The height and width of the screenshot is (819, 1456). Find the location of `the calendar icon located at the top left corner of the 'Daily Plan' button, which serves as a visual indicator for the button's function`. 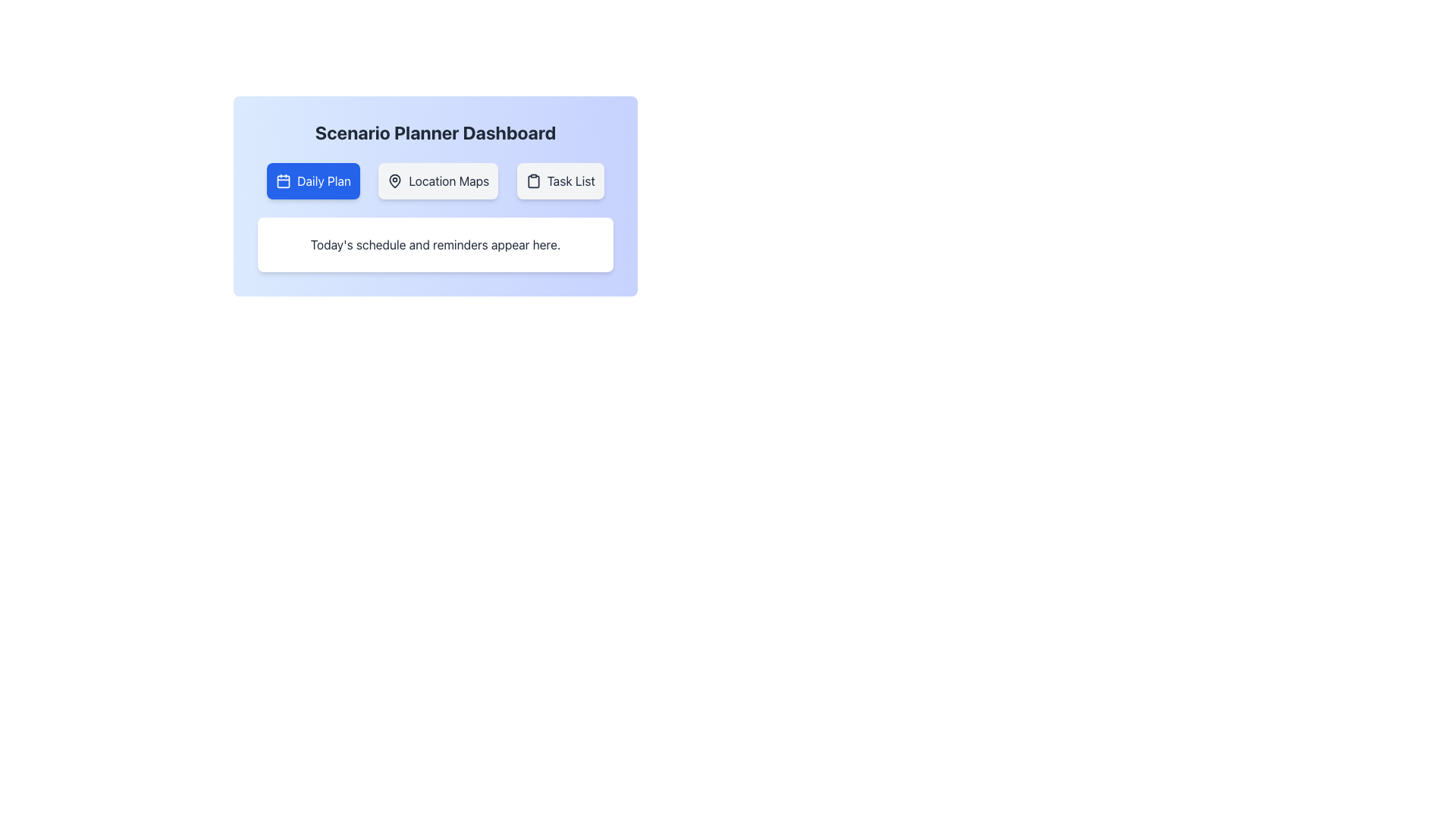

the calendar icon located at the top left corner of the 'Daily Plan' button, which serves as a visual indicator for the button's function is located at coordinates (284, 180).